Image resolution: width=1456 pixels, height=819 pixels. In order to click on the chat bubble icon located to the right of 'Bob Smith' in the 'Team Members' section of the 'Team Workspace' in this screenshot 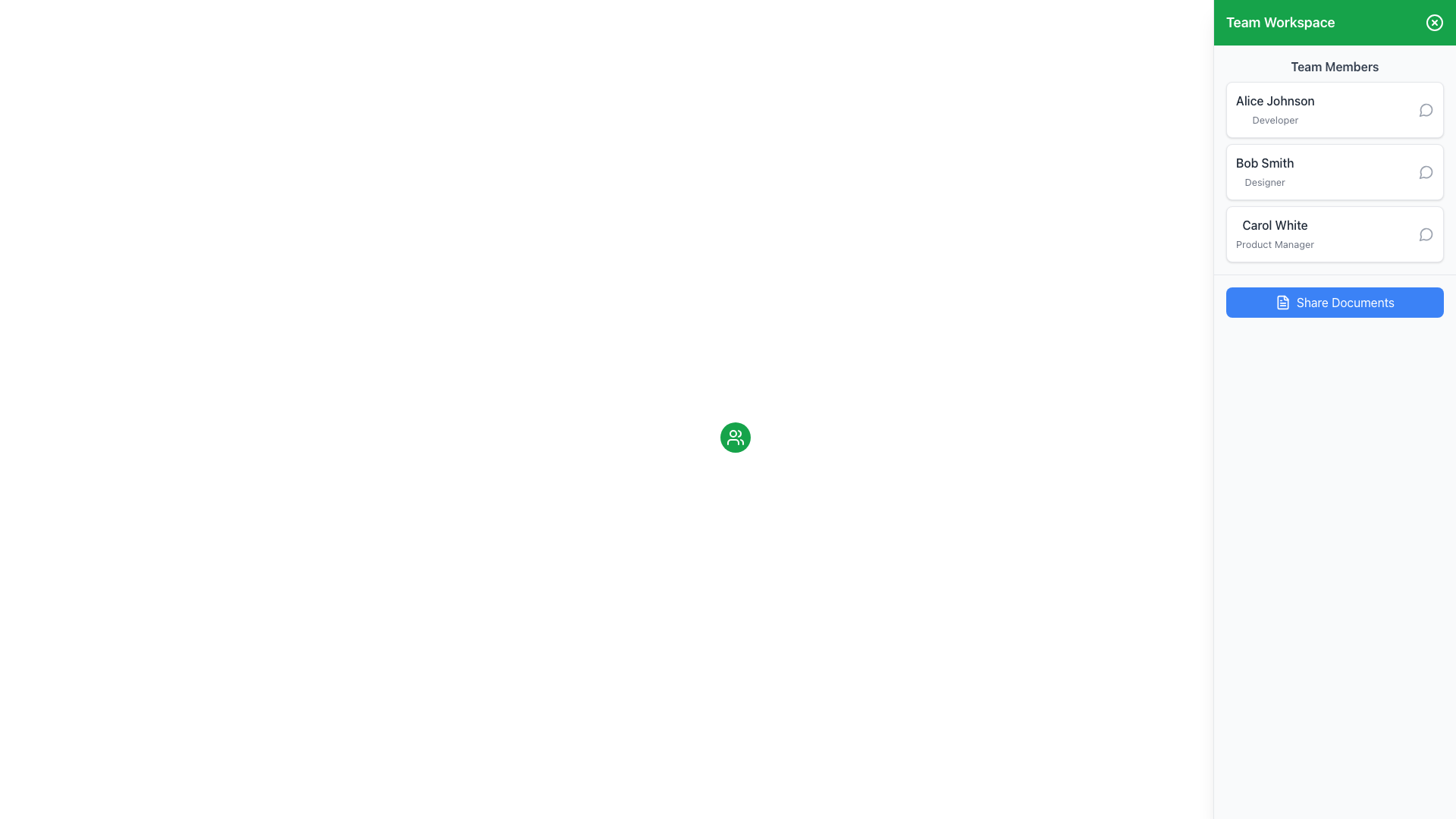, I will do `click(1425, 171)`.